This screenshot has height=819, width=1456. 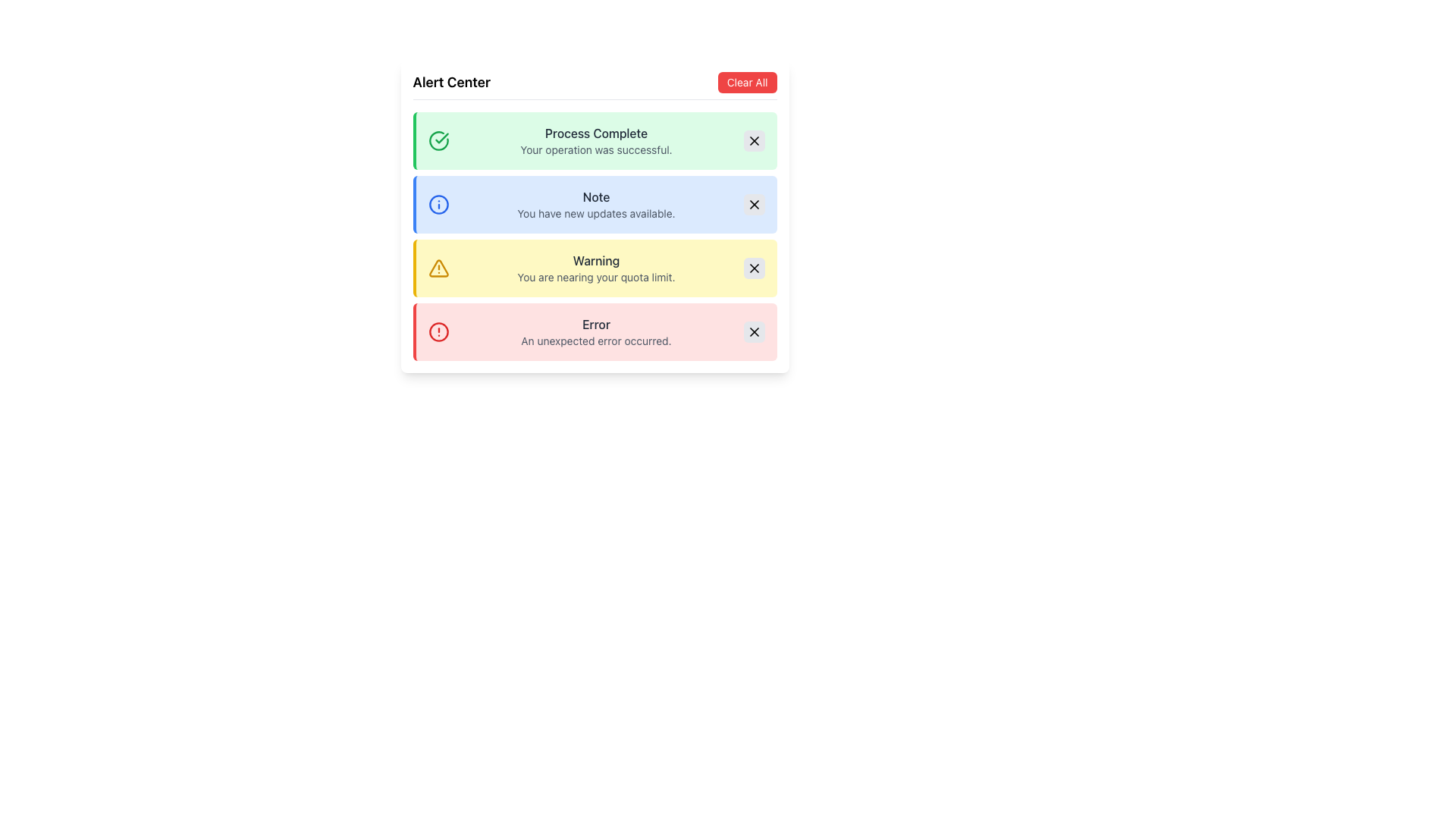 What do you see at coordinates (594, 331) in the screenshot?
I see `the error notification card, which is the fourth in a vertically stacked list of notifications, positioned below the 'Warning' notification` at bounding box center [594, 331].